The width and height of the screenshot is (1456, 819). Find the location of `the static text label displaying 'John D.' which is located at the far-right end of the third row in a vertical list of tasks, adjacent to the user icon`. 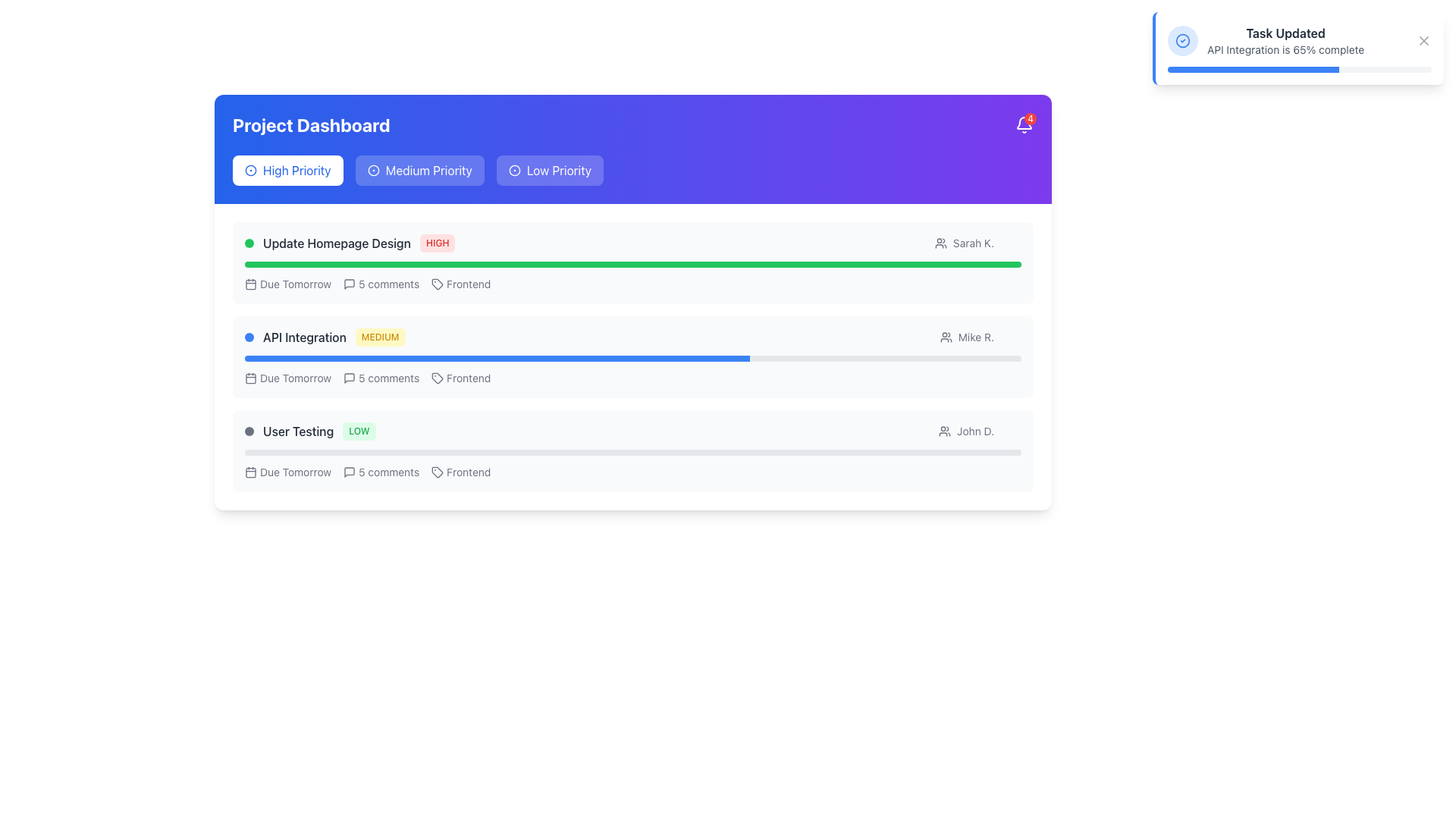

the static text label displaying 'John D.' which is located at the far-right end of the third row in a vertical list of tasks, adjacent to the user icon is located at coordinates (980, 431).